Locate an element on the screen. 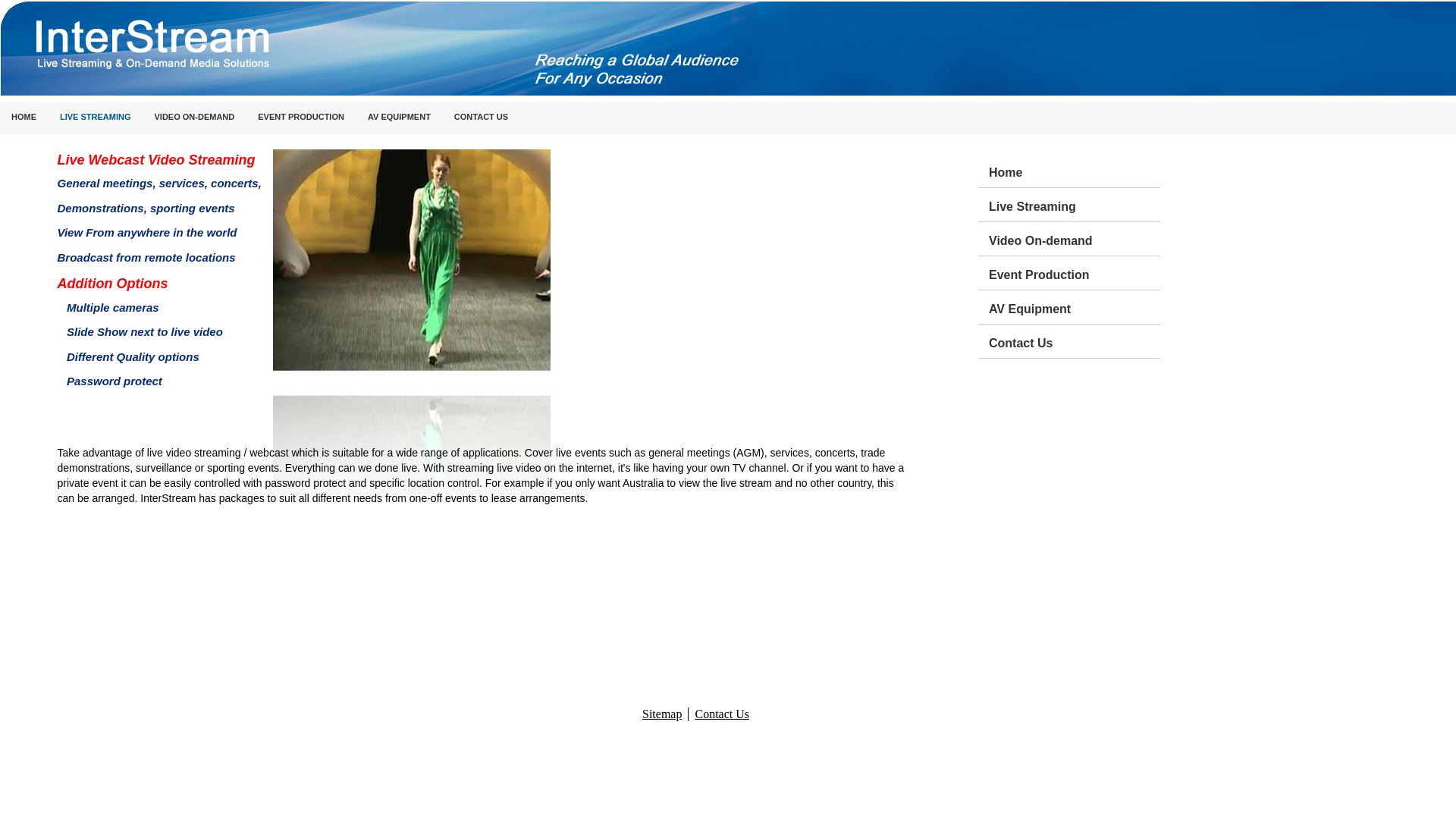 Image resolution: width=1456 pixels, height=819 pixels. 'Contact Us' is located at coordinates (989, 341).